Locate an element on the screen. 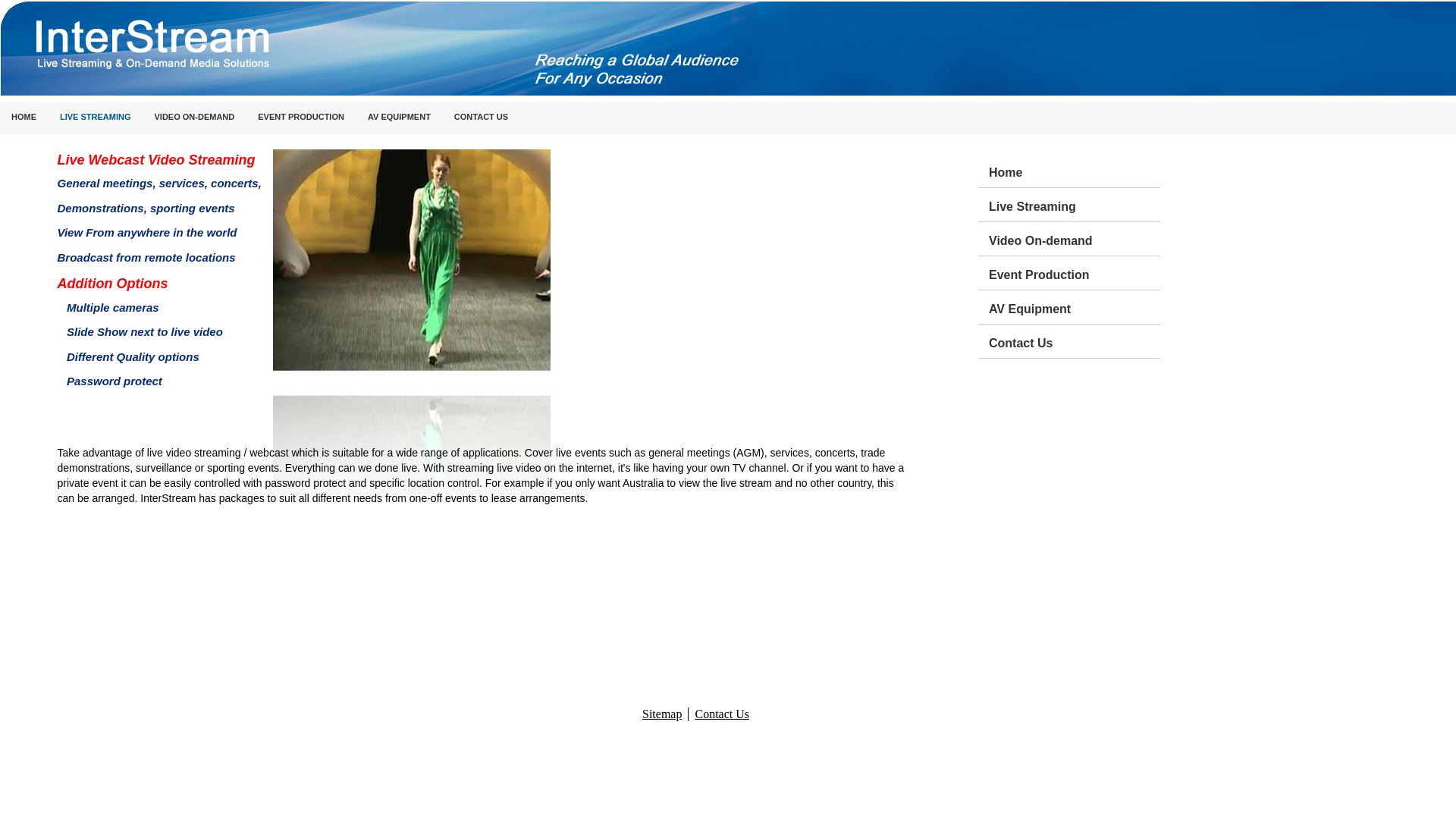 Image resolution: width=1456 pixels, height=819 pixels. 'Contact Us' is located at coordinates (989, 341).